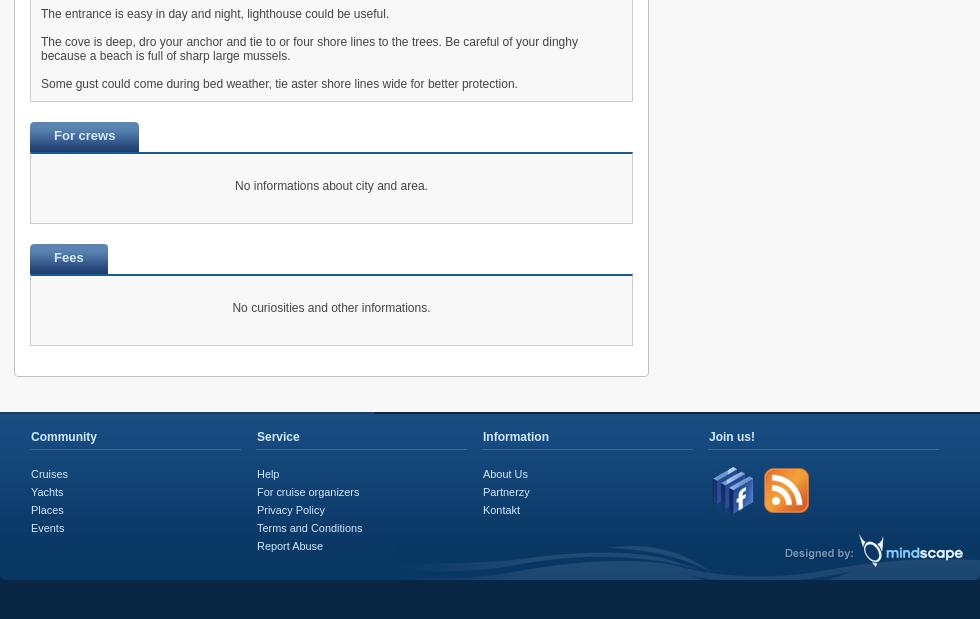 Image resolution: width=980 pixels, height=619 pixels. I want to click on 'Cruises', so click(49, 473).